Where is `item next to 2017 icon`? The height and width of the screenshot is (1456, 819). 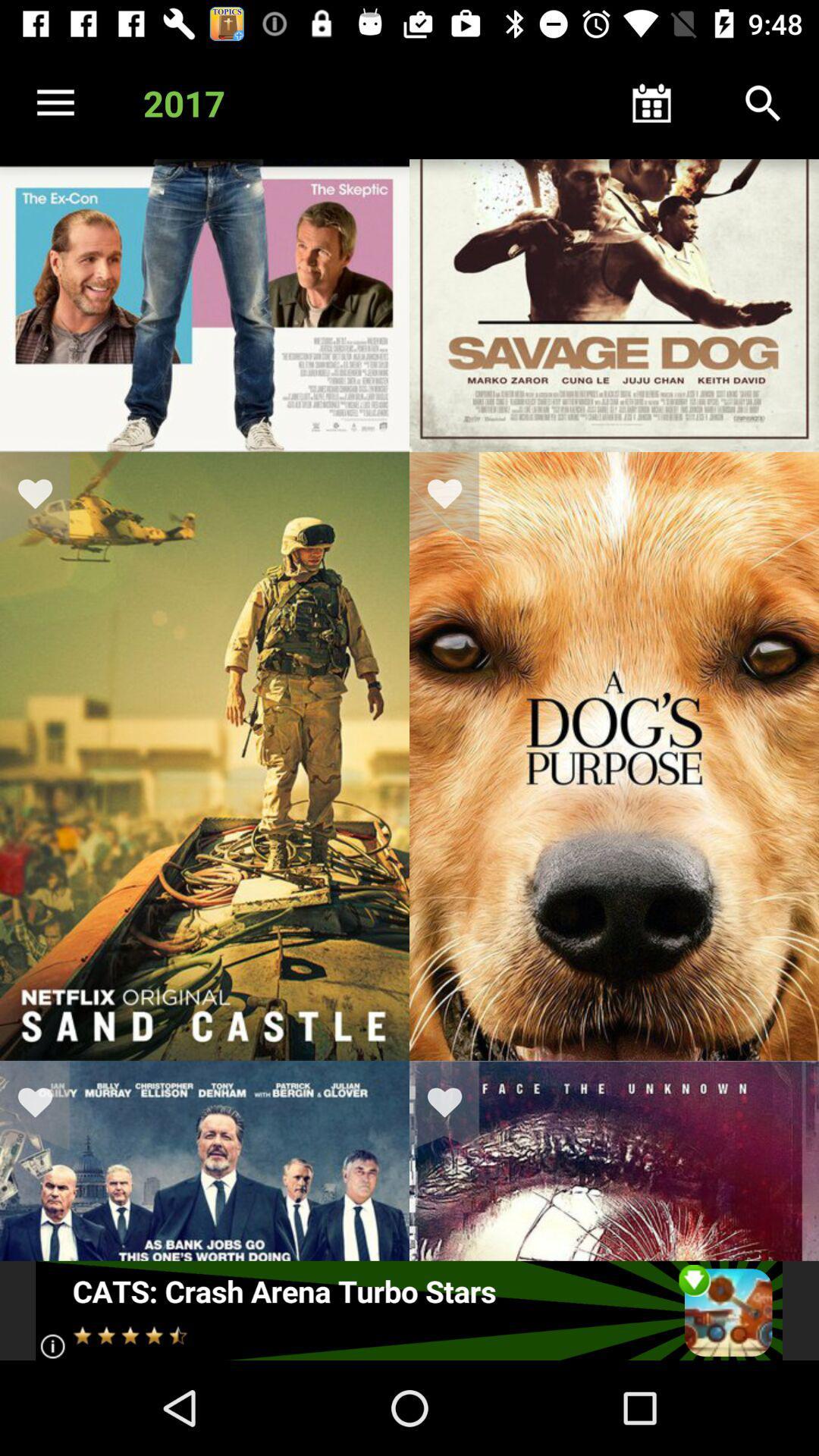 item next to 2017 icon is located at coordinates (55, 102).